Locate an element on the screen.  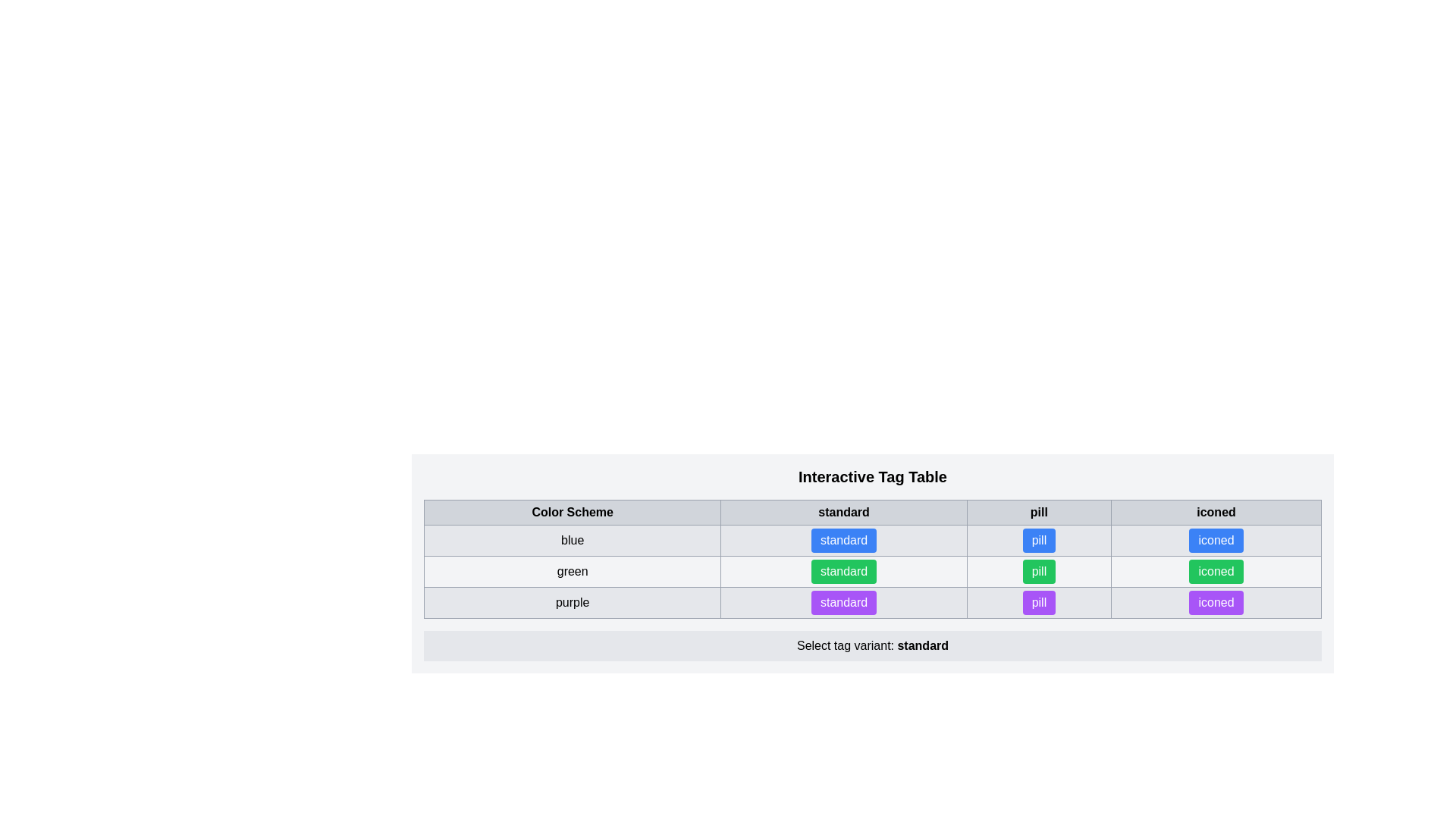
the green rectangular button labeled 'pill' in the second row of the 'Interactive Tag Table' is located at coordinates (1038, 571).